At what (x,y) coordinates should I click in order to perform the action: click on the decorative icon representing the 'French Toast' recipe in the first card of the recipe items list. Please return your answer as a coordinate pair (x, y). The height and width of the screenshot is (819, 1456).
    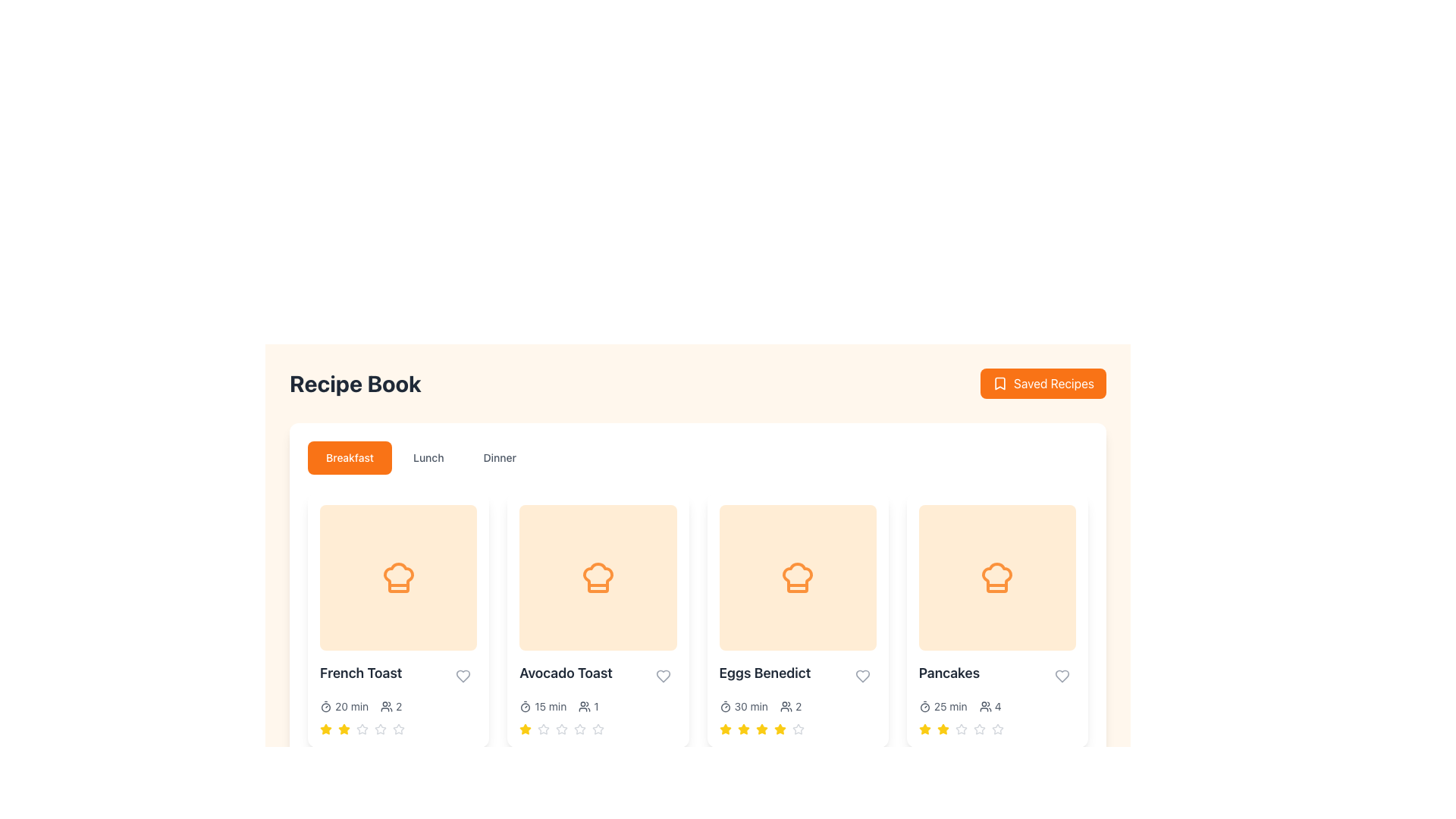
    Looking at the image, I should click on (398, 578).